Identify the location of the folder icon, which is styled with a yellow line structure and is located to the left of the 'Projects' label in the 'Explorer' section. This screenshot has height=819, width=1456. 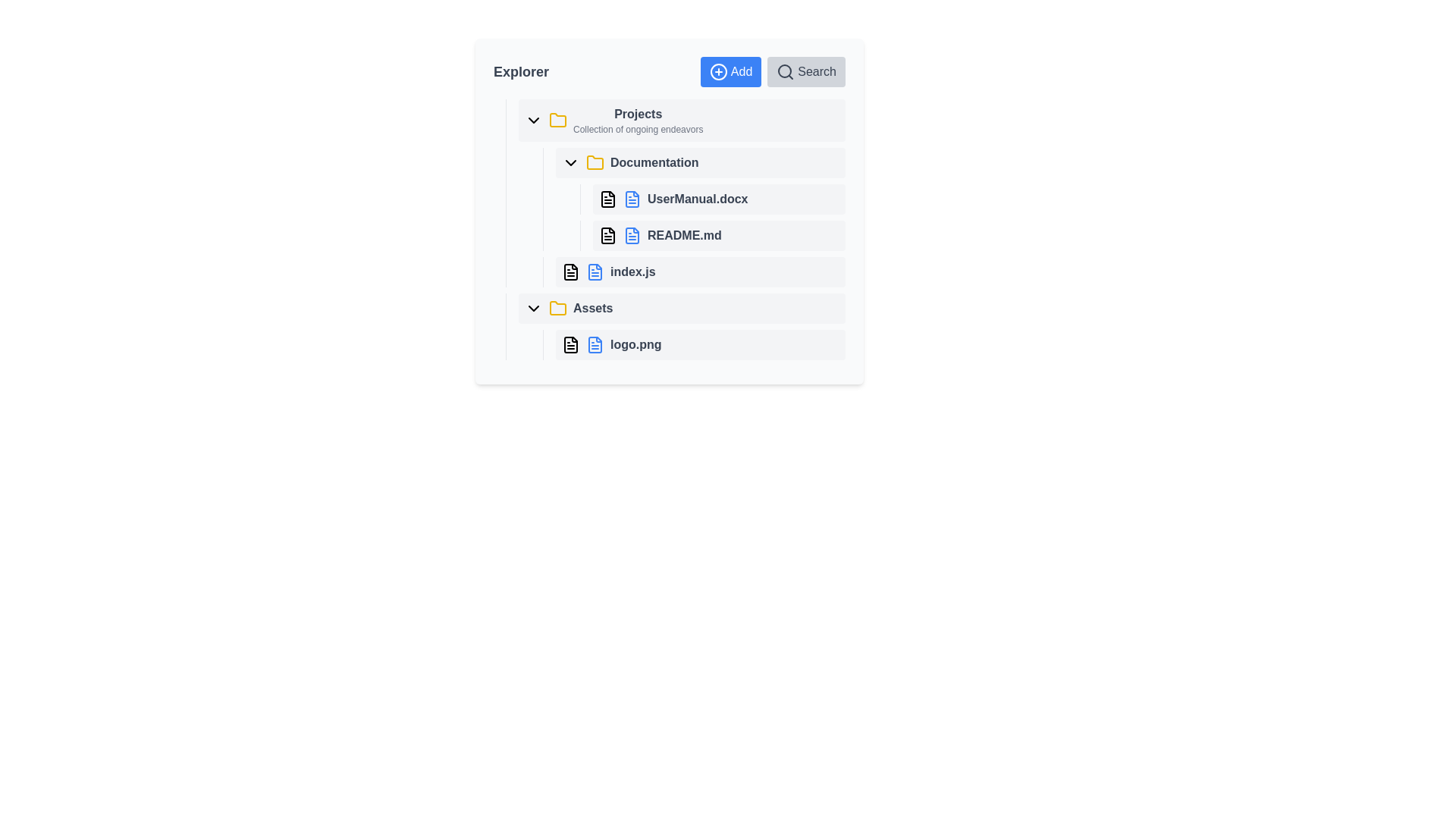
(557, 119).